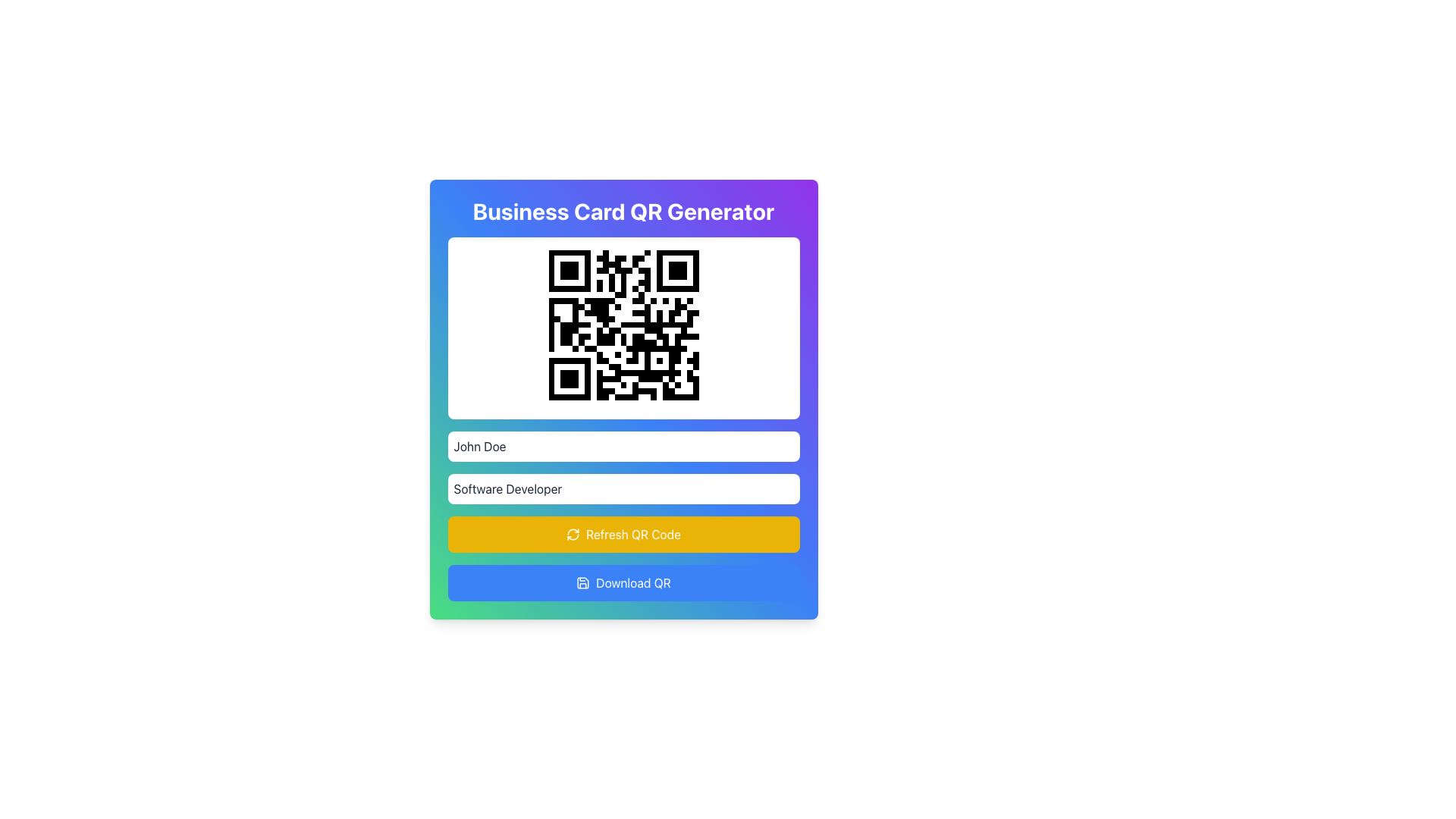 This screenshot has height=819, width=1456. I want to click on the descriptive text for the refresh QR code button, which is located within the yellow button area, centered above the 'Download QR' button, so click(633, 534).